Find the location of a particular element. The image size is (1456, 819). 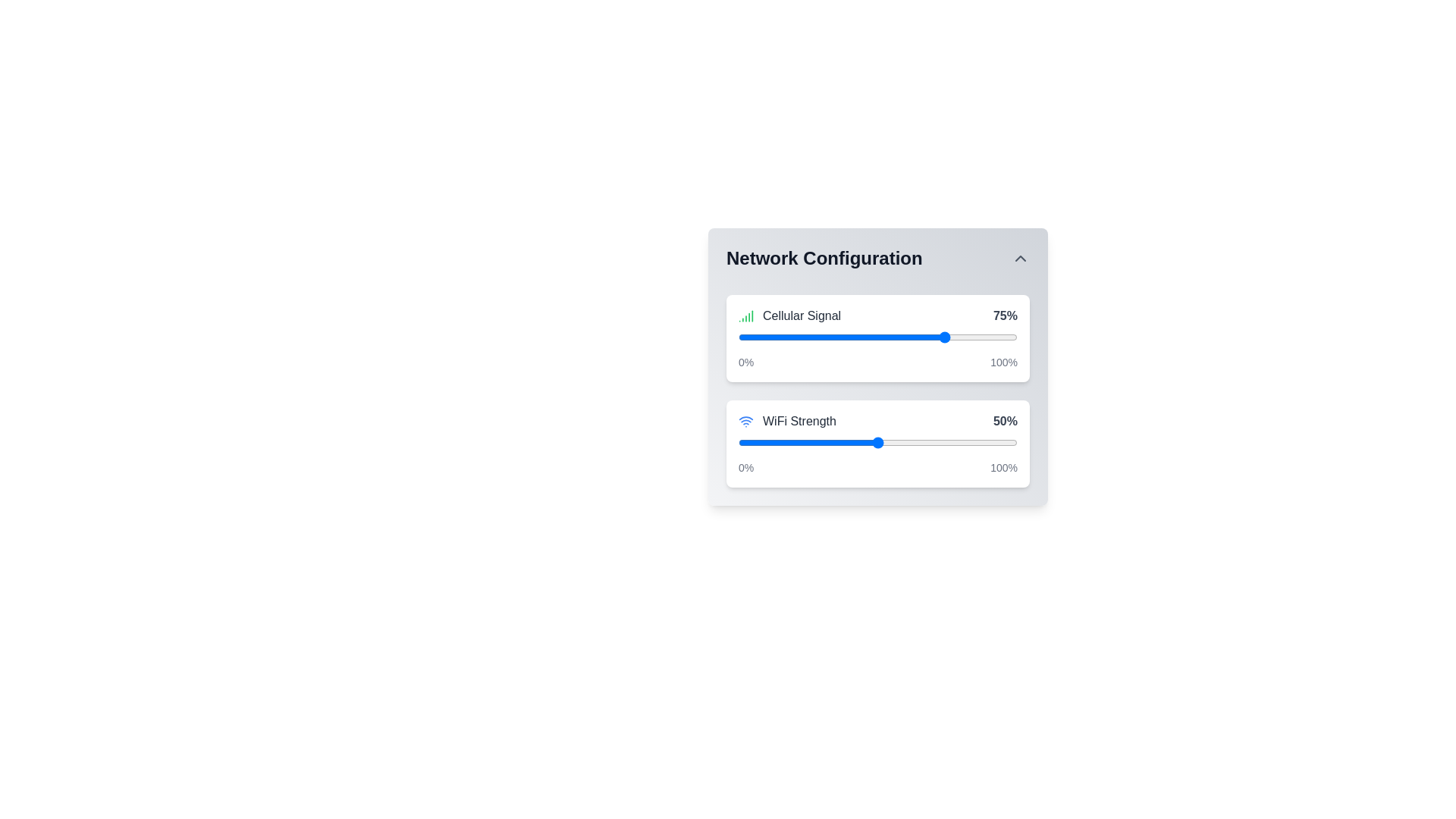

the cellular signal strength is located at coordinates (973, 336).